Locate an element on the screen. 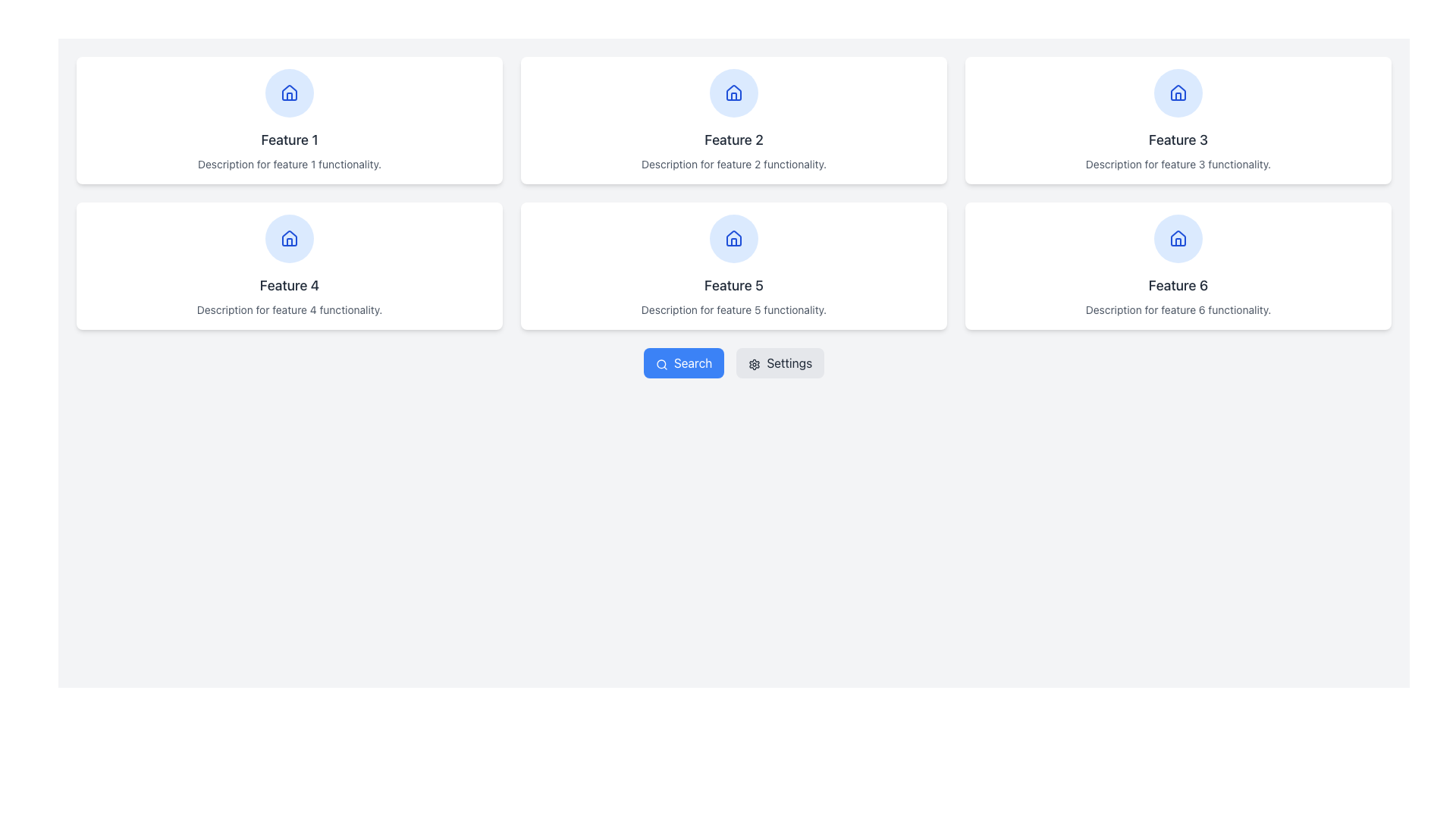 This screenshot has width=1456, height=819. text block styled in a small, centered font with gray color that reads 'Description for feature 2 functionality,' located at the lower part of the card labeled 'Feature 2.' is located at coordinates (734, 164).